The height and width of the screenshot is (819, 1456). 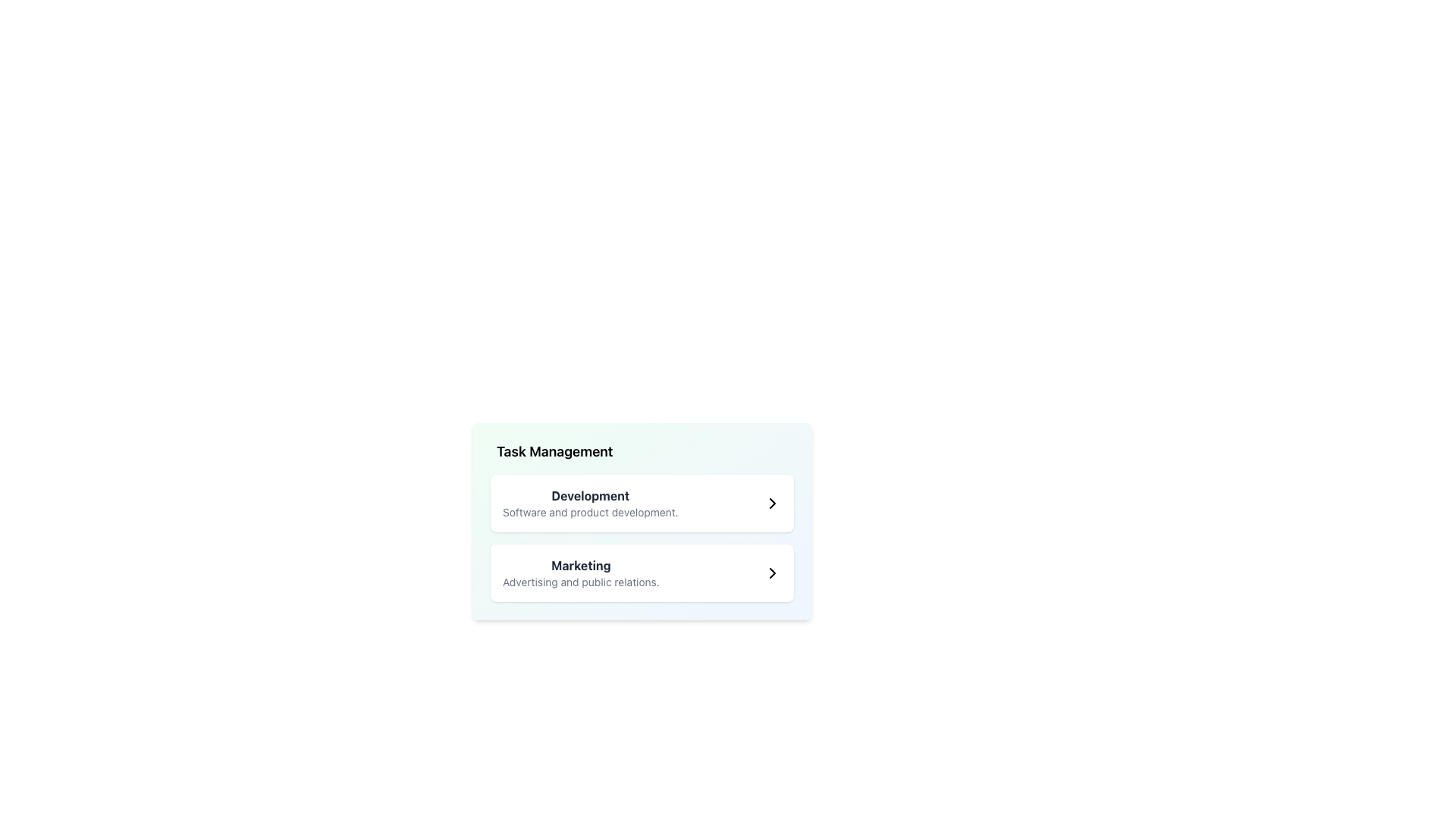 What do you see at coordinates (554, 451) in the screenshot?
I see `the 'Task Management' text label, which is displayed in bold black font and serves as the heading for the section, positioned at the top left corner of the card-like component` at bounding box center [554, 451].